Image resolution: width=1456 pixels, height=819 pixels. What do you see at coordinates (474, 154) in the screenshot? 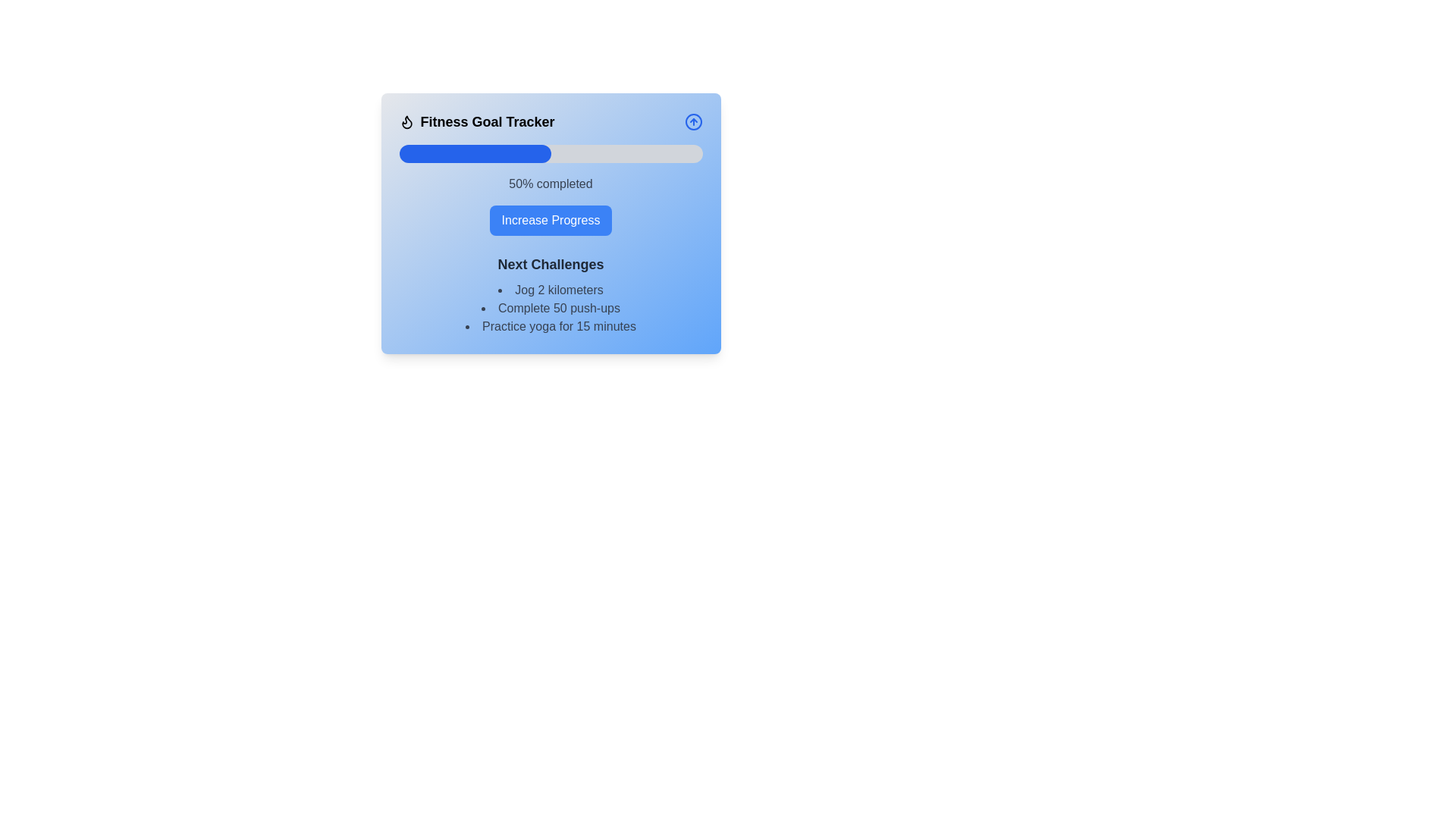
I see `the progress bar indicator that represents the completion level of a task in the 'Fitness Goal Tracker' card` at bounding box center [474, 154].